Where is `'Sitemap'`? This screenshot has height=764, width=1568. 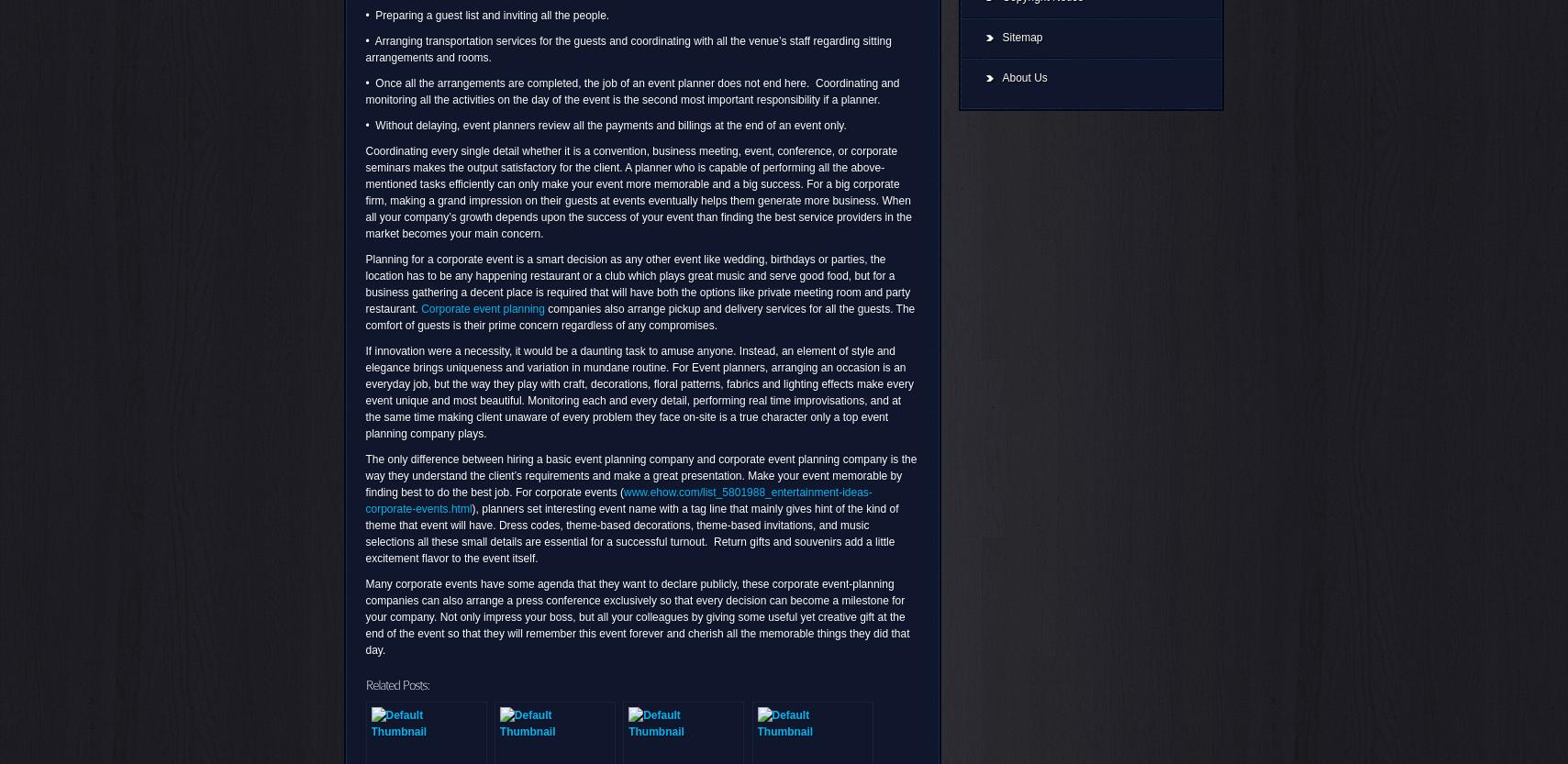 'Sitemap' is located at coordinates (1021, 37).